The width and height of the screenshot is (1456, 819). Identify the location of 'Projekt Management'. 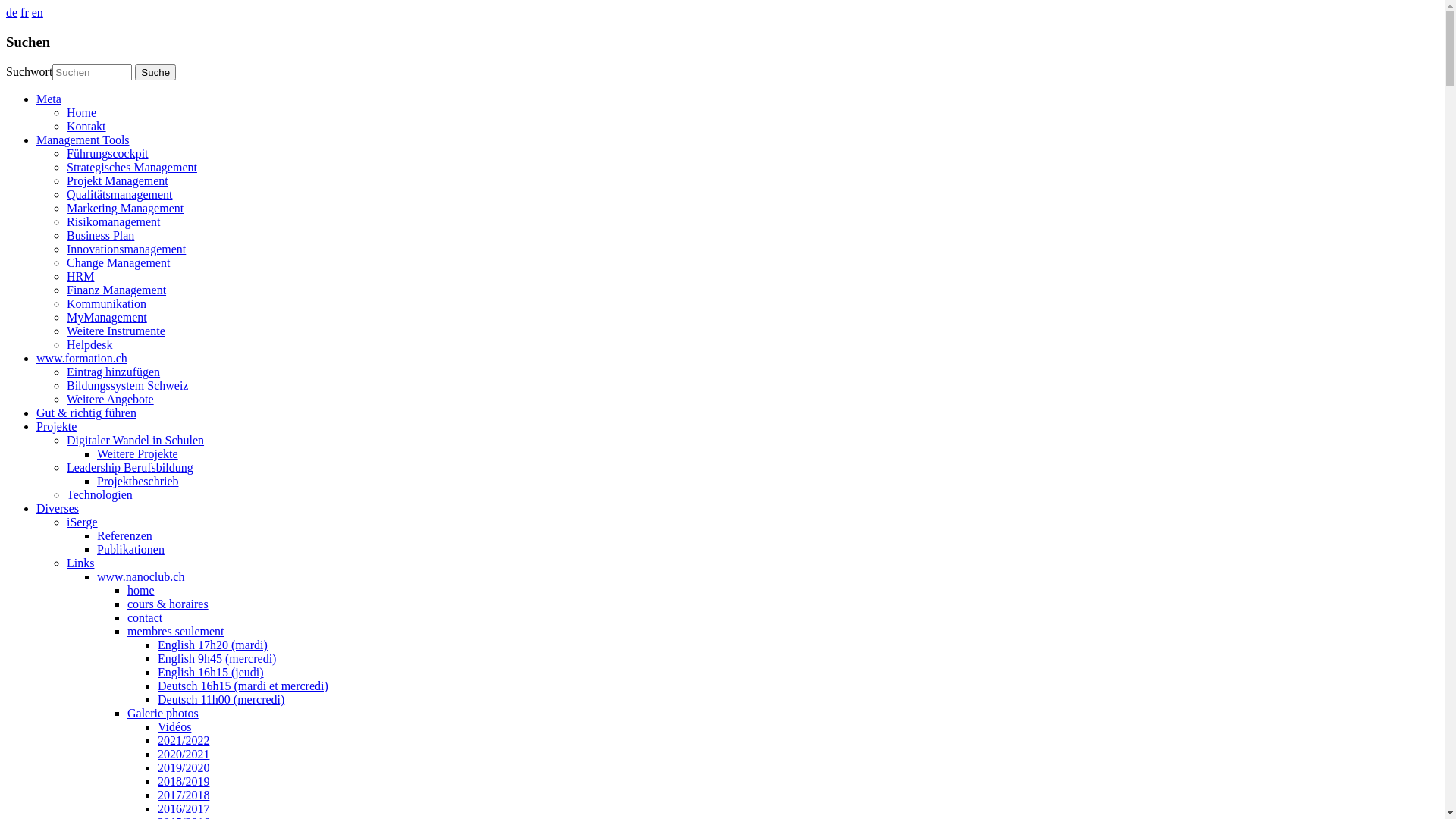
(116, 180).